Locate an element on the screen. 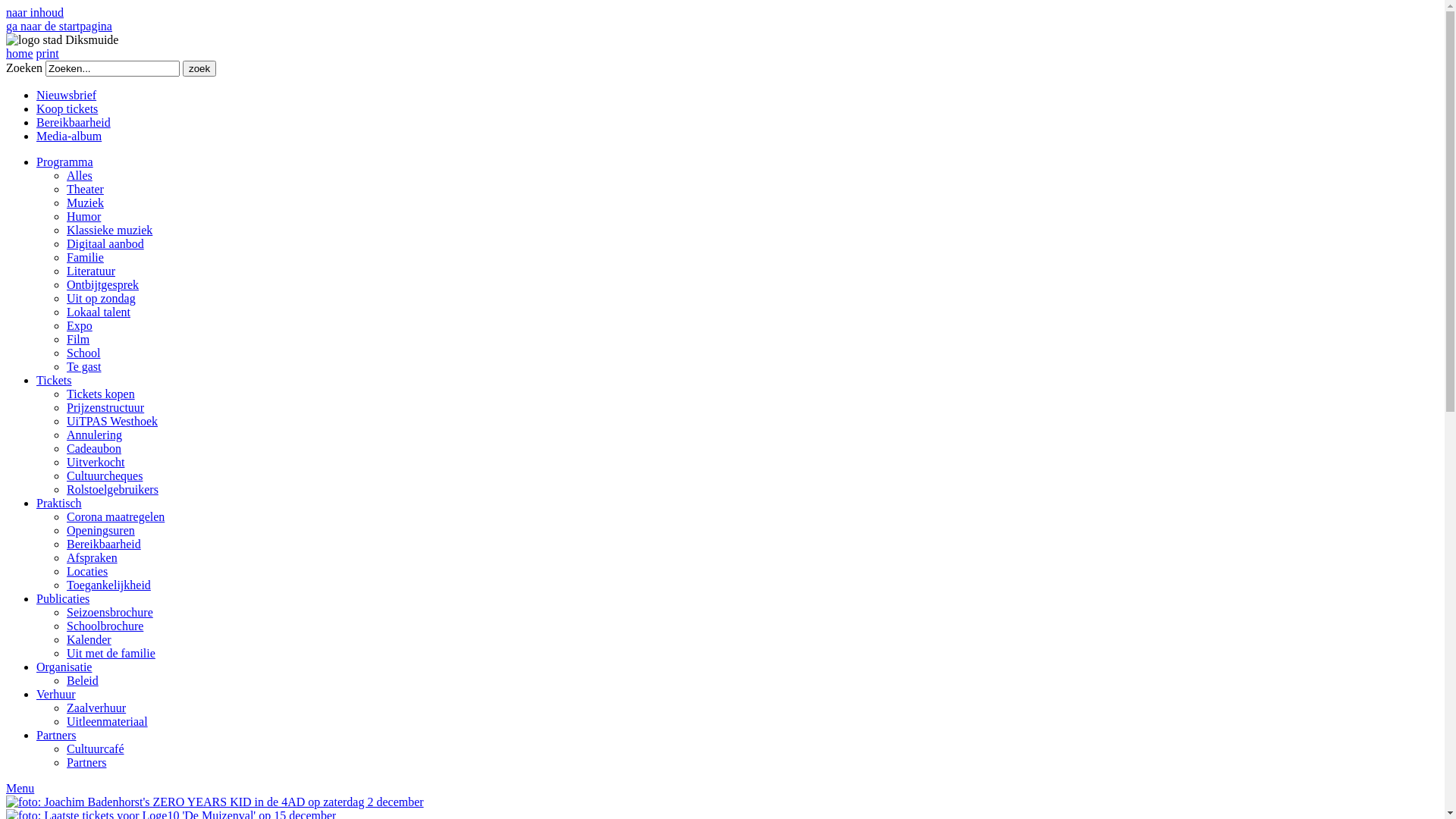  'Cultuurcheques' is located at coordinates (104, 475).